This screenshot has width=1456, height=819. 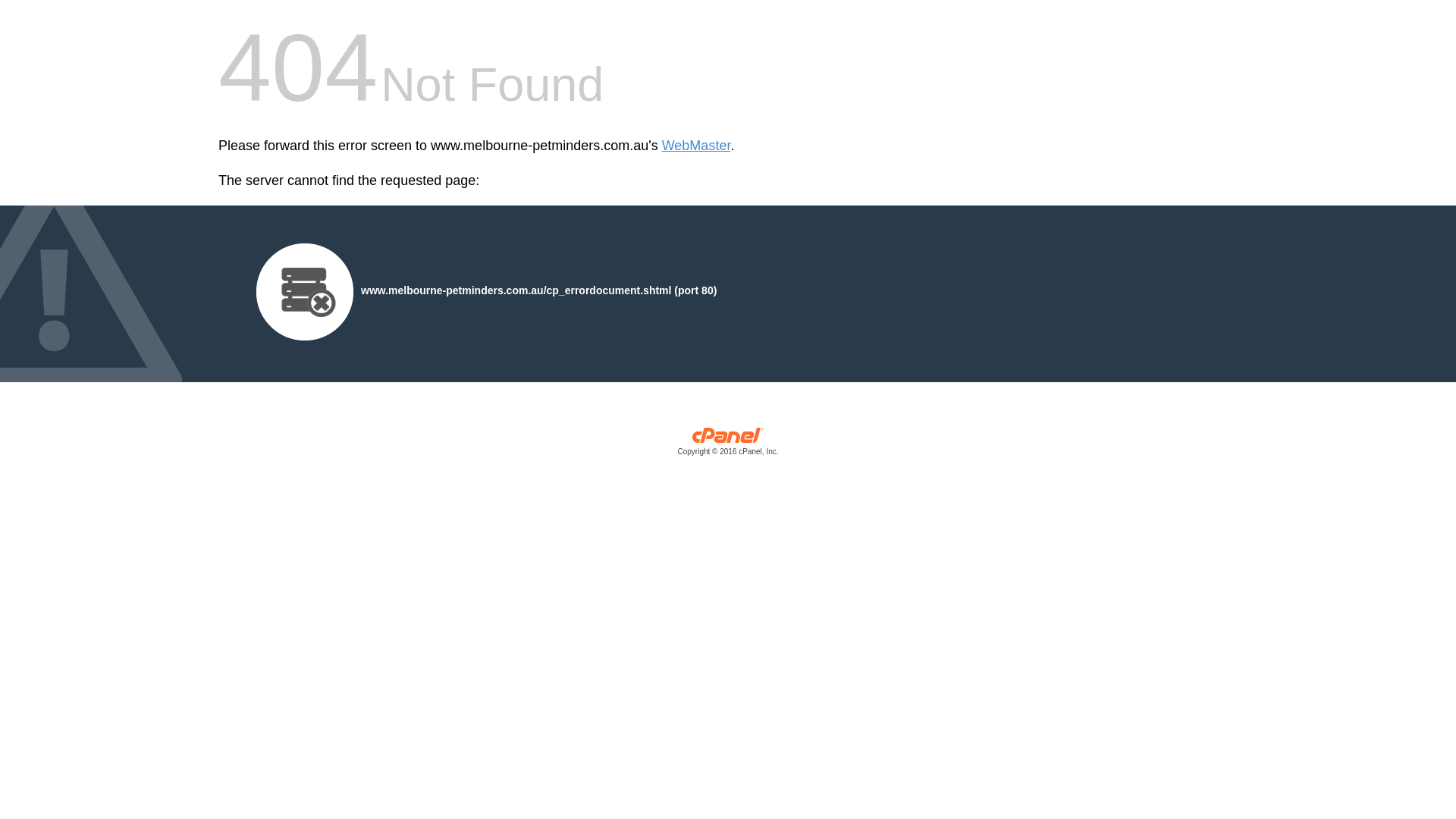 What do you see at coordinates (695, 146) in the screenshot?
I see `'WebMaster'` at bounding box center [695, 146].